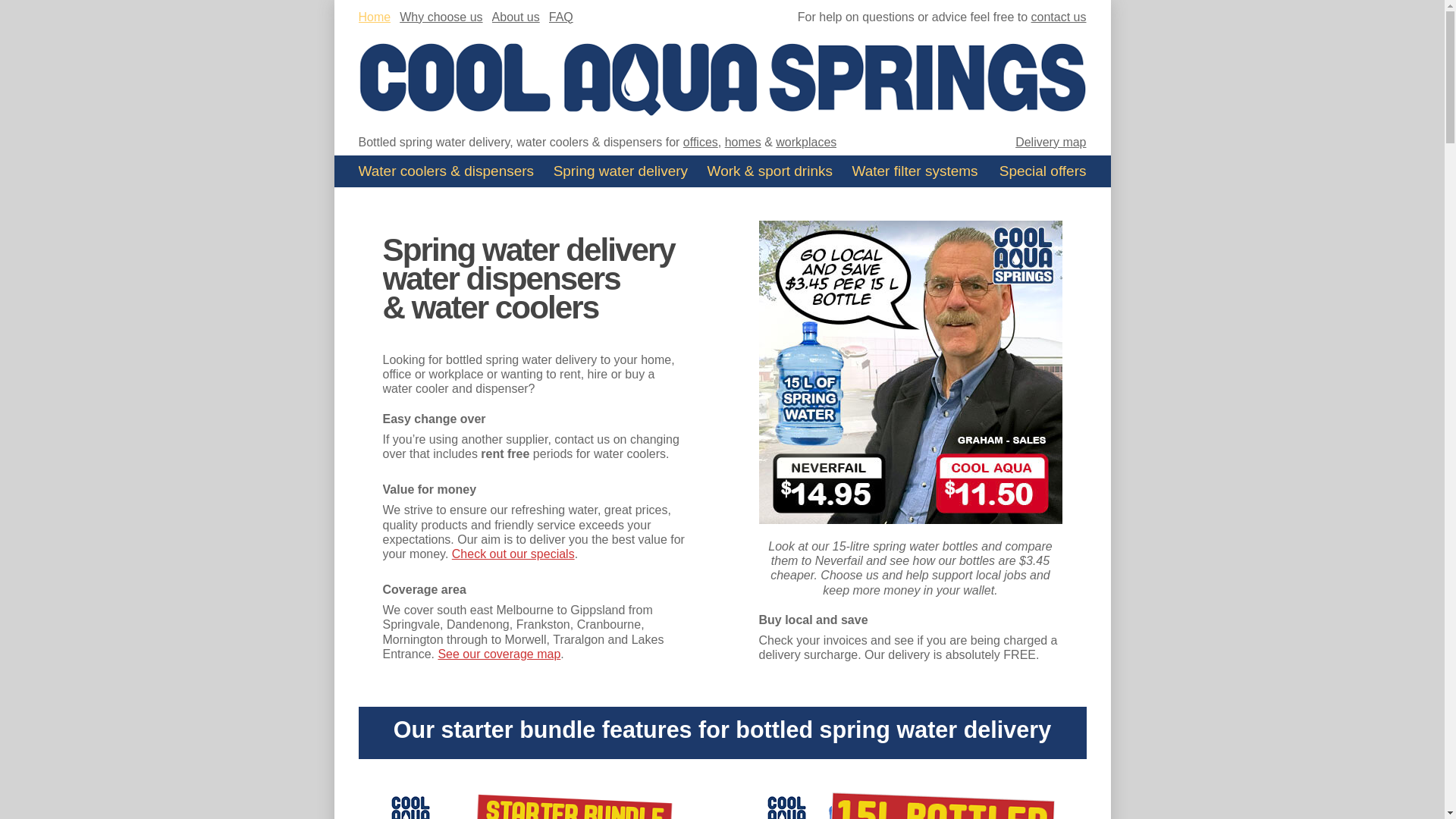 The image size is (1456, 819). I want to click on 'Water coolers', so click(444, 171).